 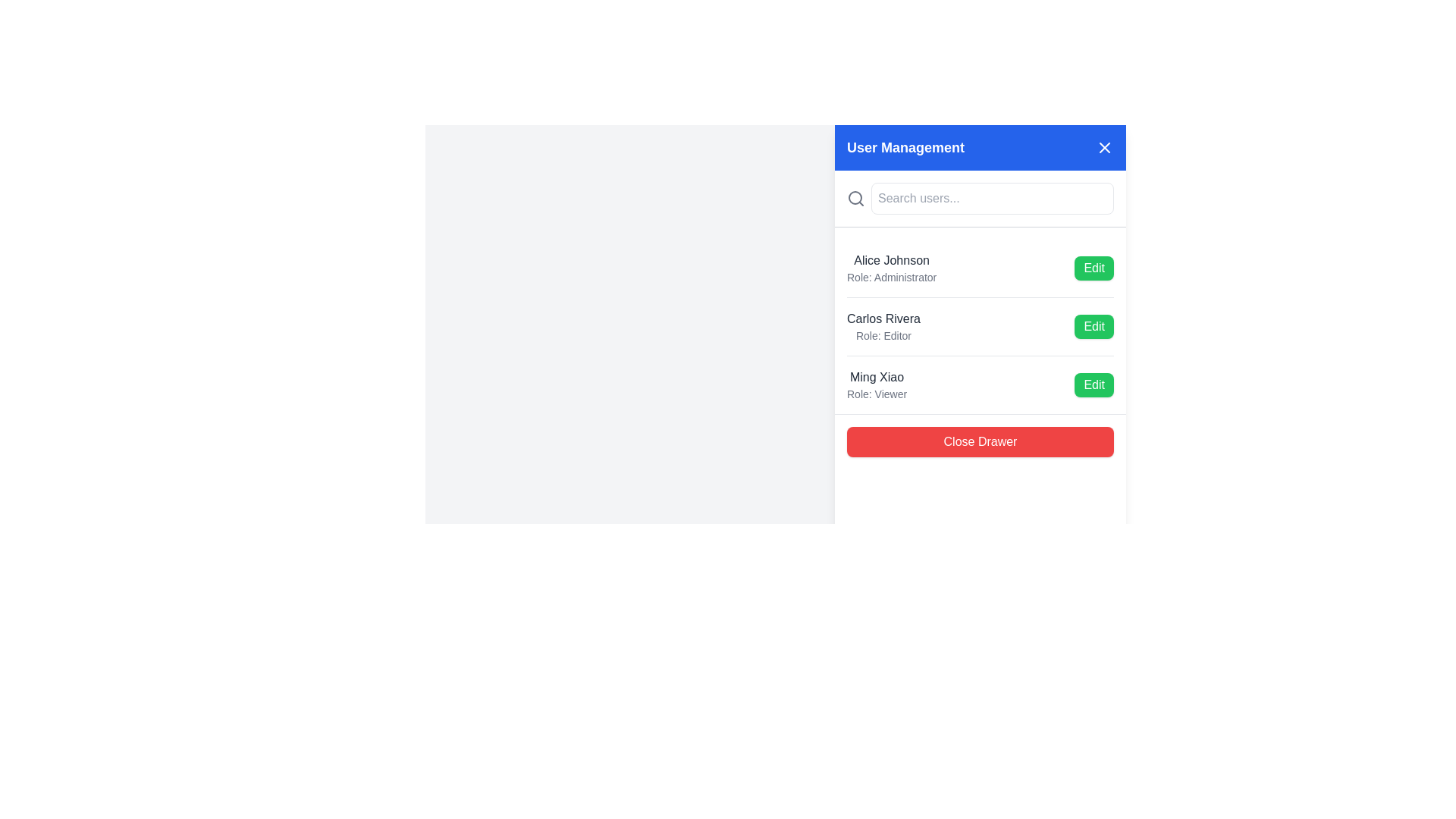 What do you see at coordinates (877, 384) in the screenshot?
I see `the text display component that shows a user's name and role, positioned as the third item in the user list in the right panel of the interface` at bounding box center [877, 384].